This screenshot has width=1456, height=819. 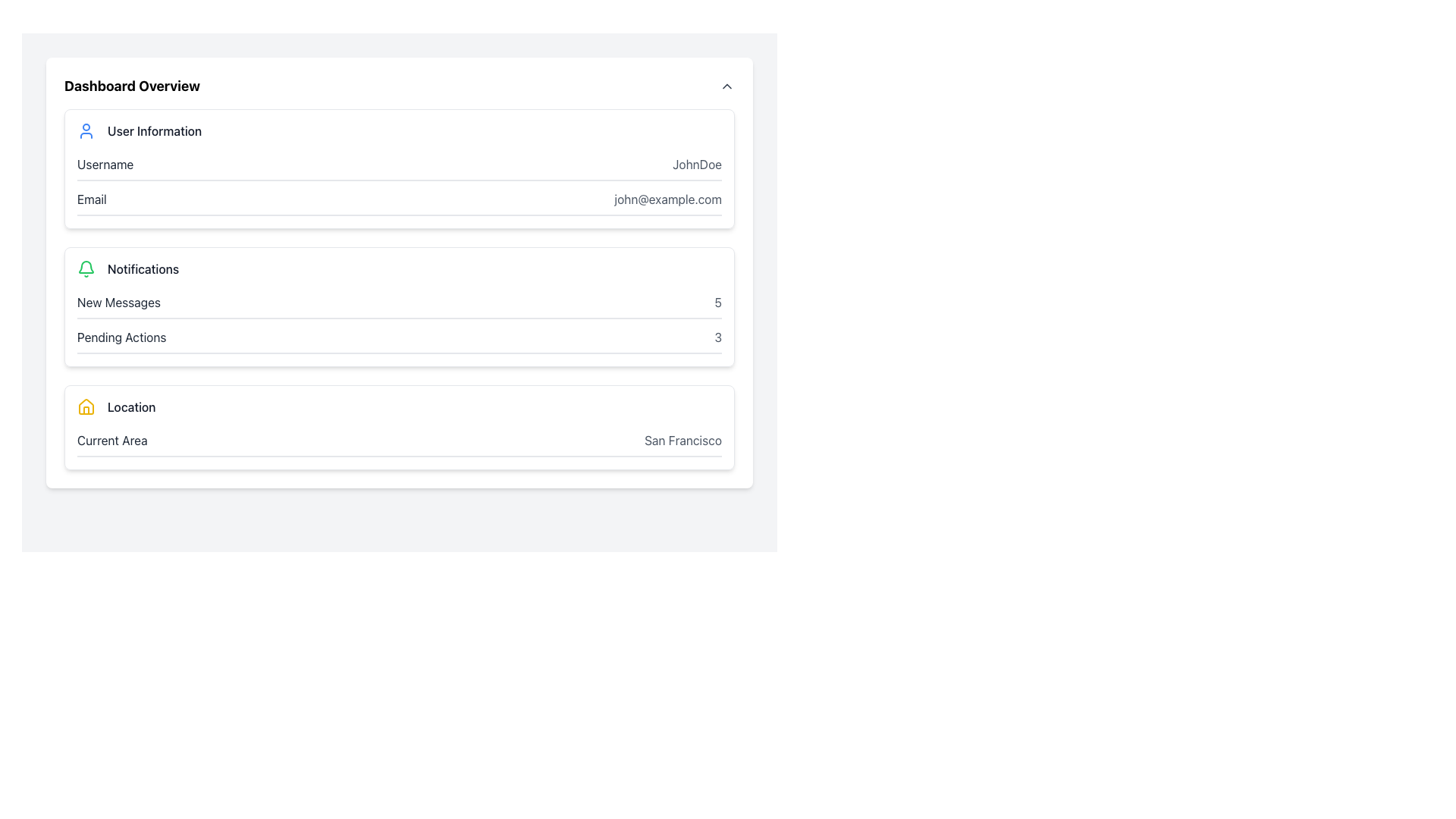 What do you see at coordinates (143, 268) in the screenshot?
I see `the 'Notifications' static text label, which serves as a heading in the dashboard interface and is located above the list of messages and actions` at bounding box center [143, 268].